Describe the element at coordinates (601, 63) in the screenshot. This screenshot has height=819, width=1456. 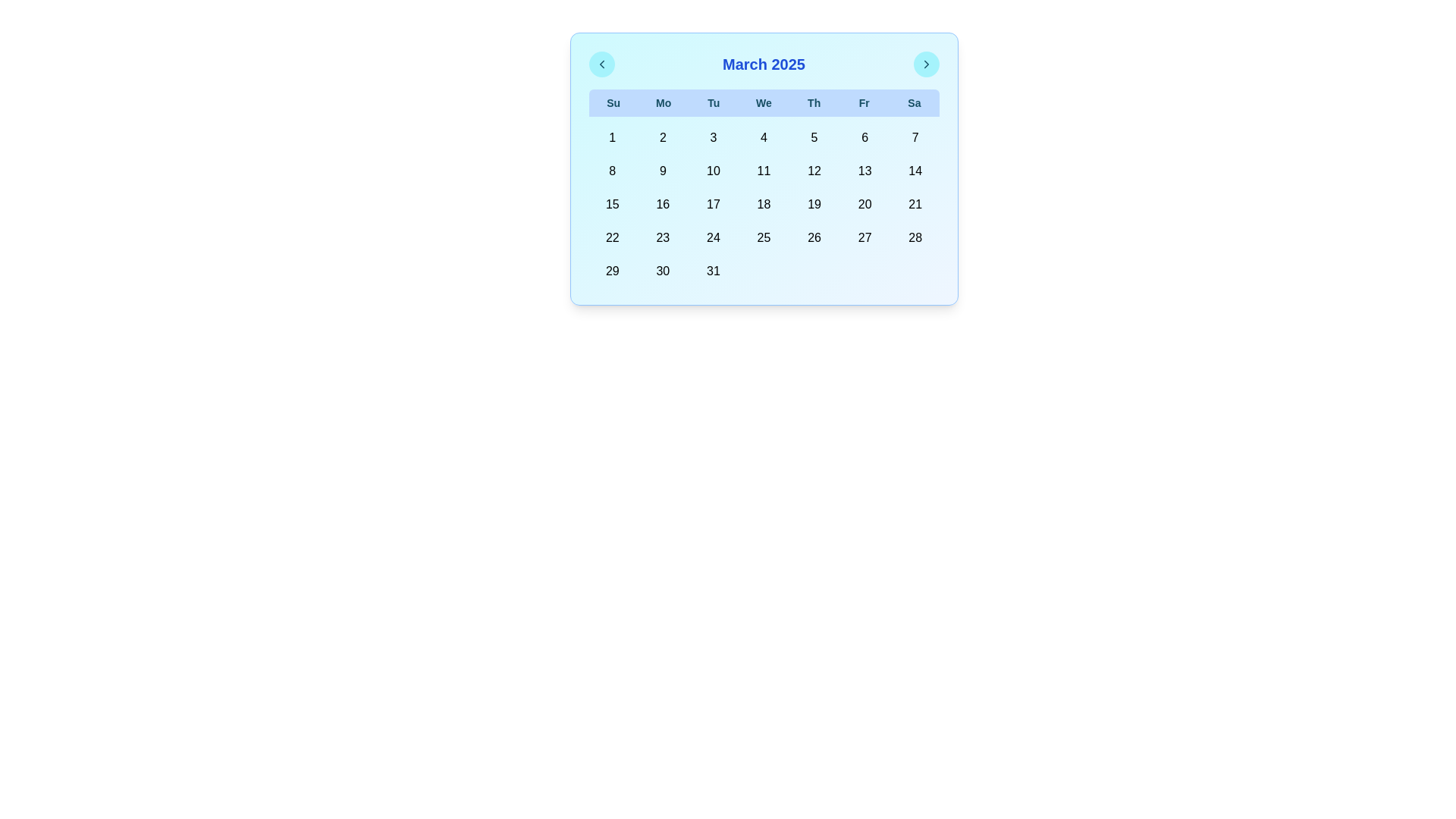
I see `the left-facing chevron icon styled in dark cyan, located in a circular button to the left of the 'March 2025' title in the navigation section of the calendar` at that location.